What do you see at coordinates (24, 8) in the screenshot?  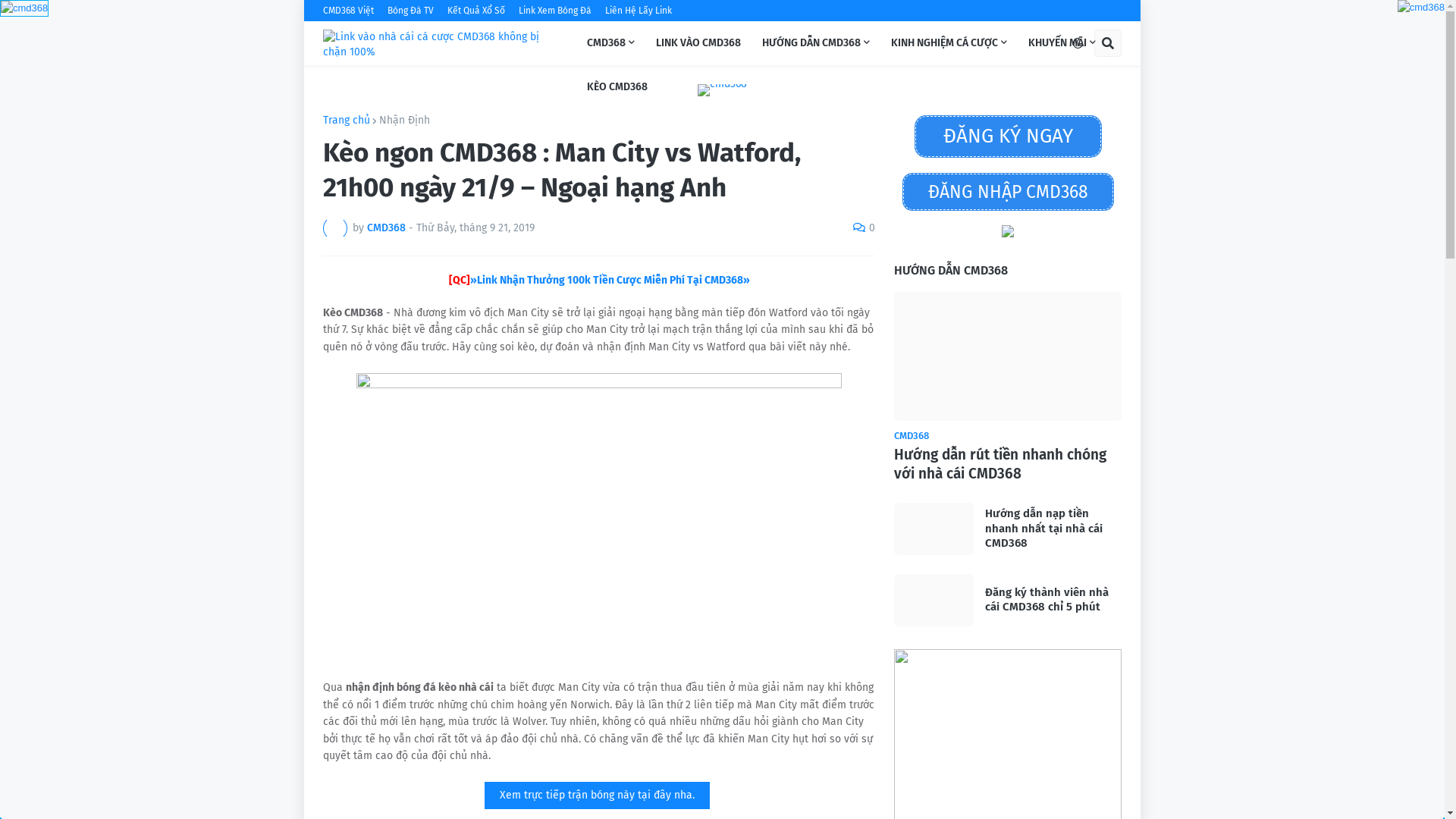 I see `'cmd368'` at bounding box center [24, 8].